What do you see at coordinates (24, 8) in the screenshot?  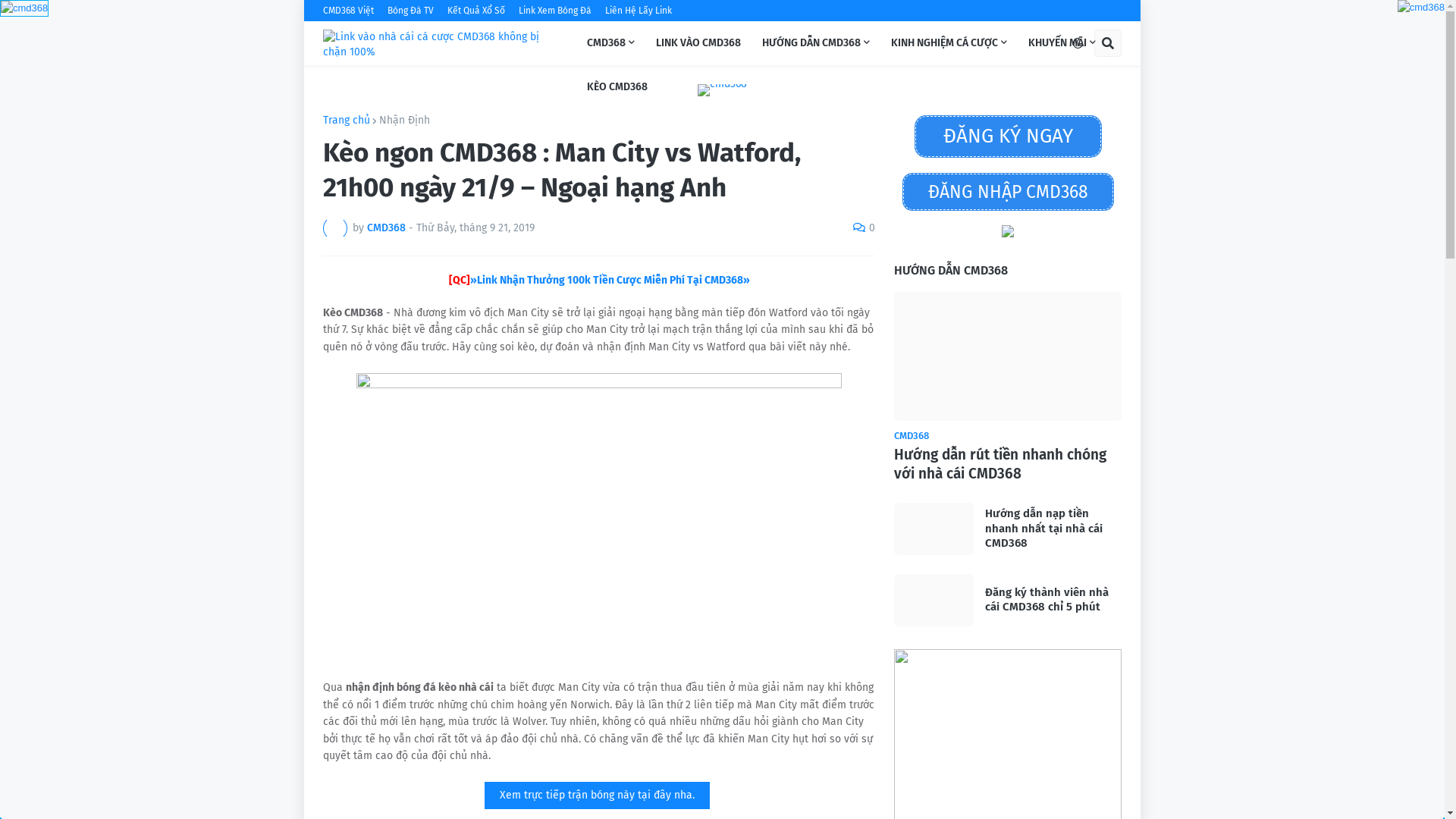 I see `'cmd368'` at bounding box center [24, 8].